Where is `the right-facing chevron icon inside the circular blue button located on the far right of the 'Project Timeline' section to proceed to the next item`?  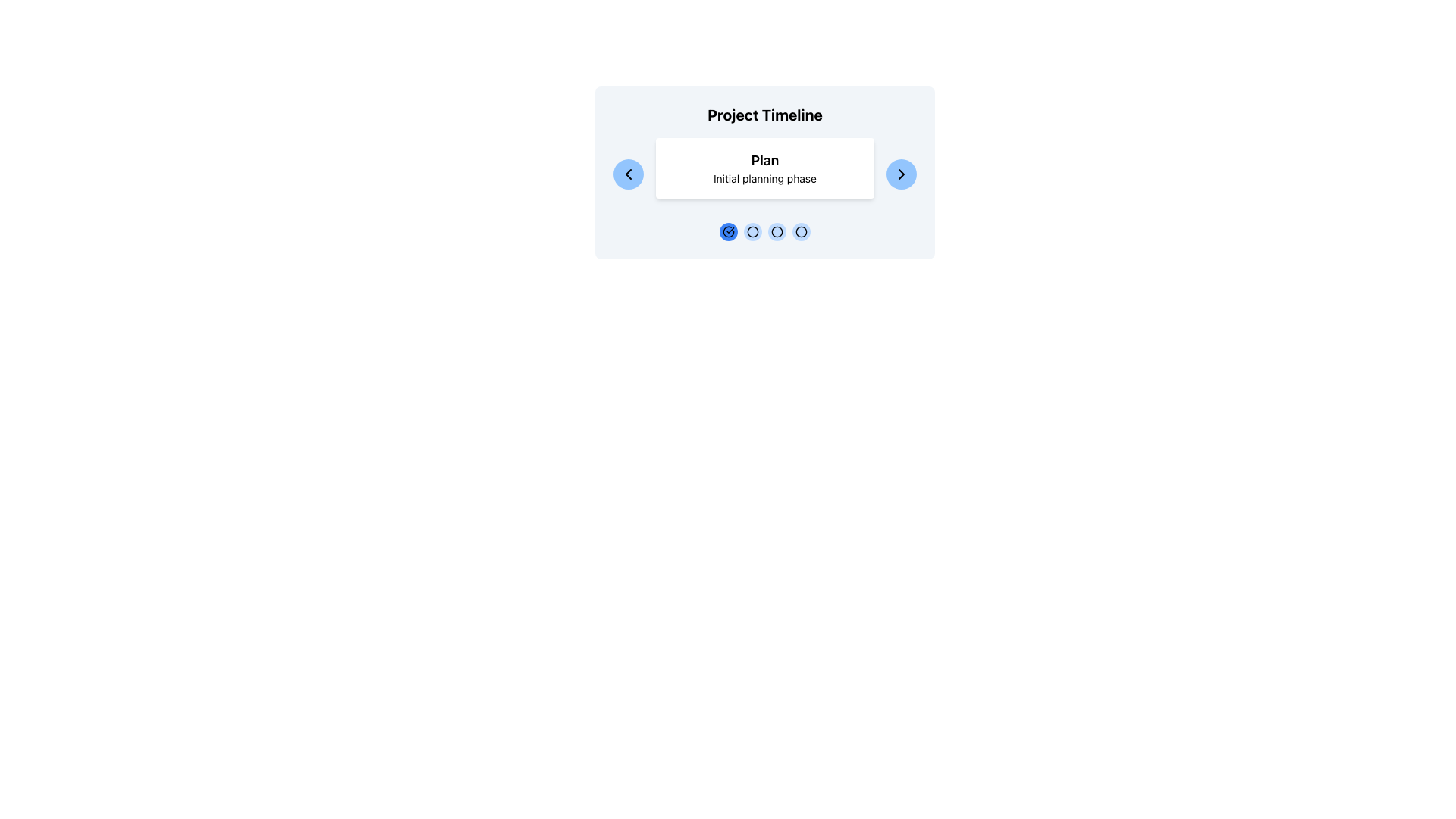
the right-facing chevron icon inside the circular blue button located on the far right of the 'Project Timeline' section to proceed to the next item is located at coordinates (902, 174).